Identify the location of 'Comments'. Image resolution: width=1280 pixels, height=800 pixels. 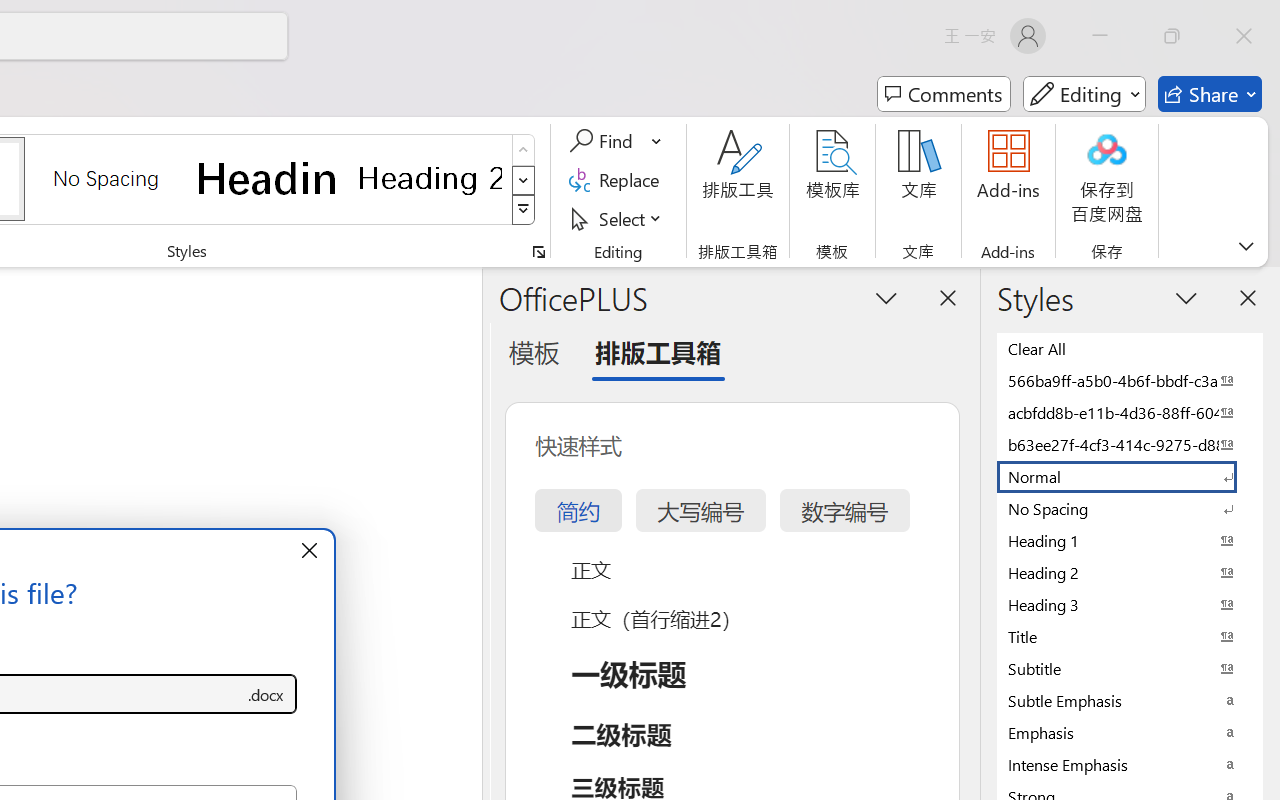
(943, 94).